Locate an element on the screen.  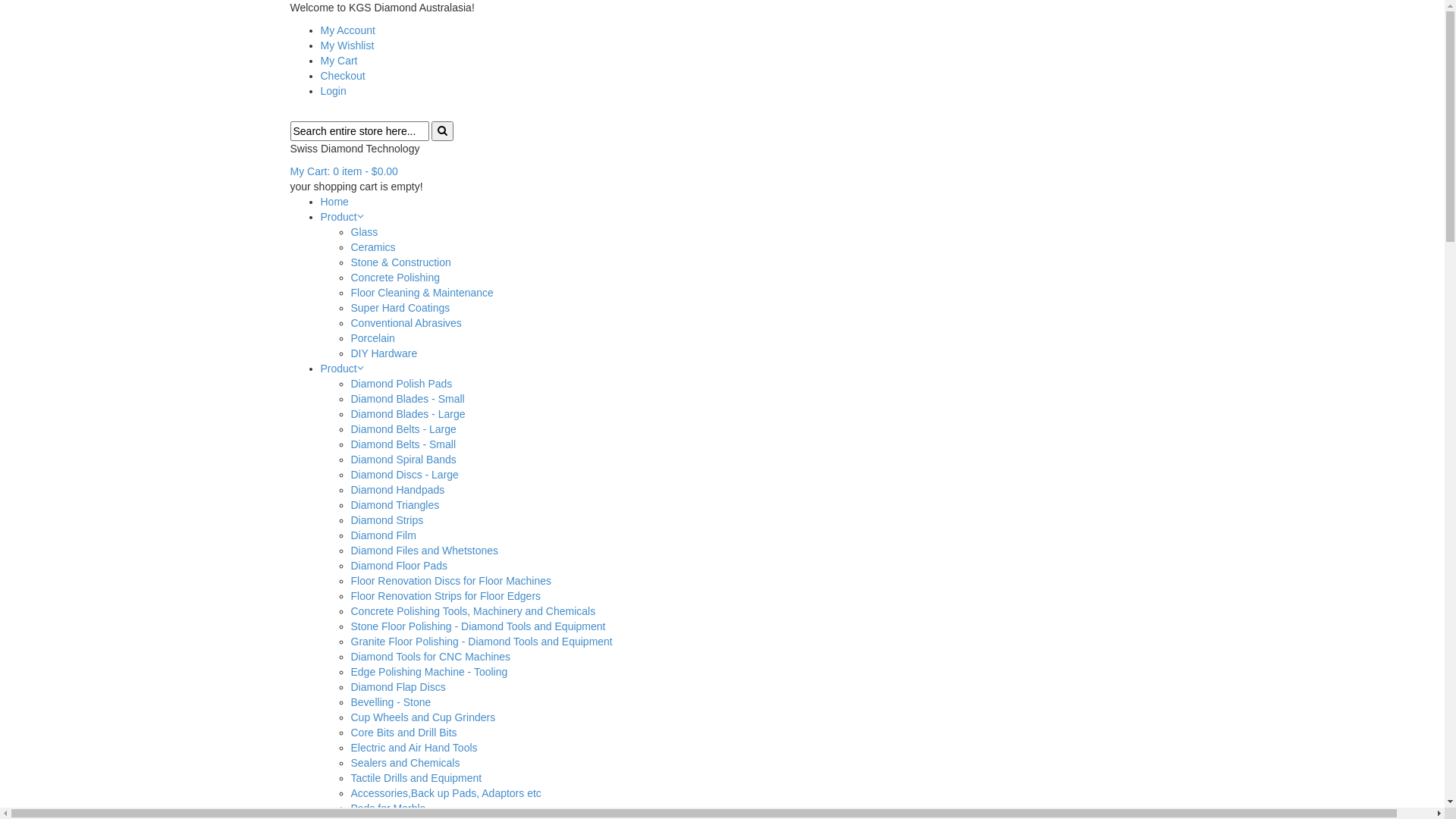
'My Account' is located at coordinates (346, 30).